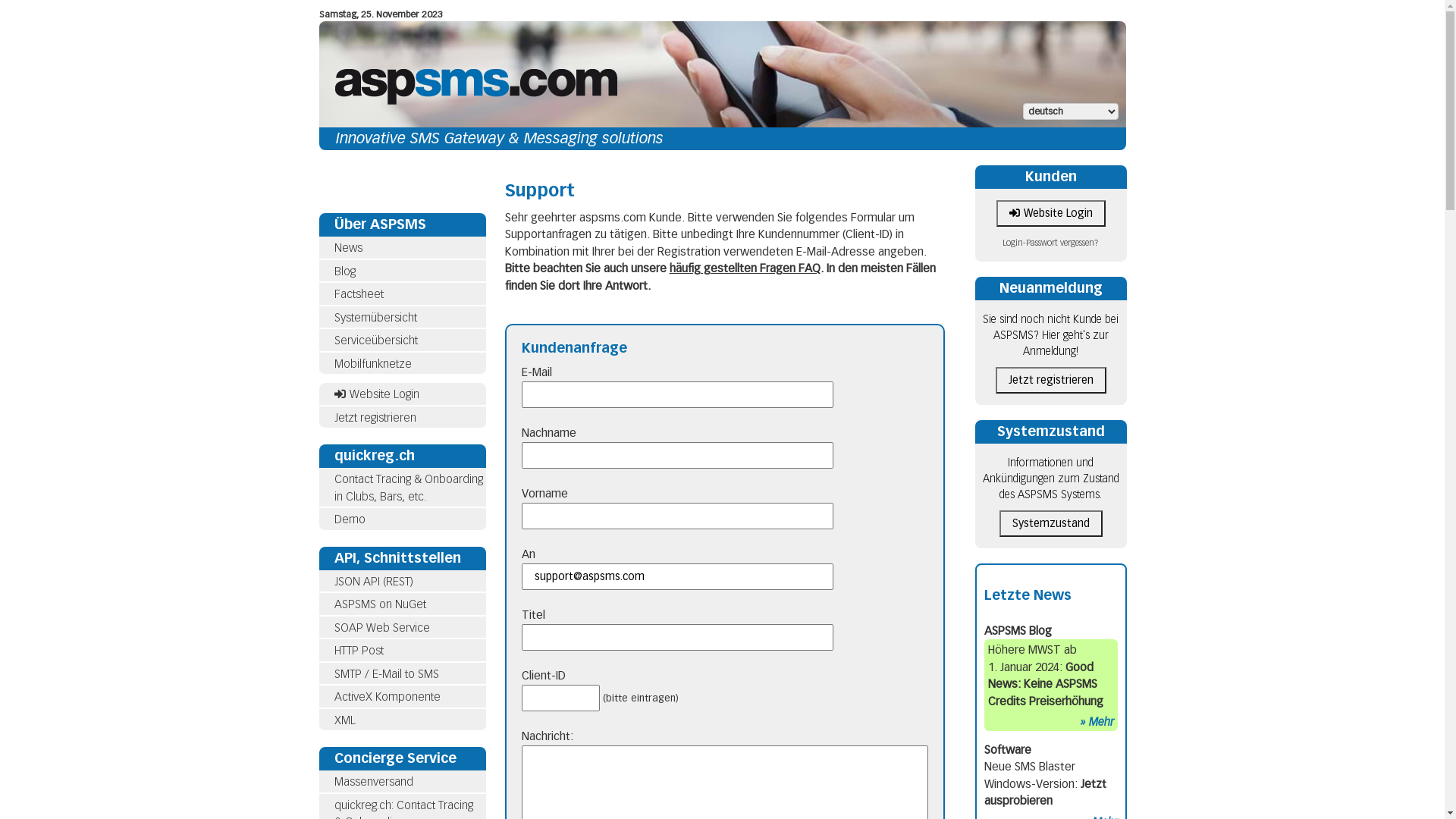 The image size is (1456, 819). What do you see at coordinates (401, 247) in the screenshot?
I see `'News'` at bounding box center [401, 247].